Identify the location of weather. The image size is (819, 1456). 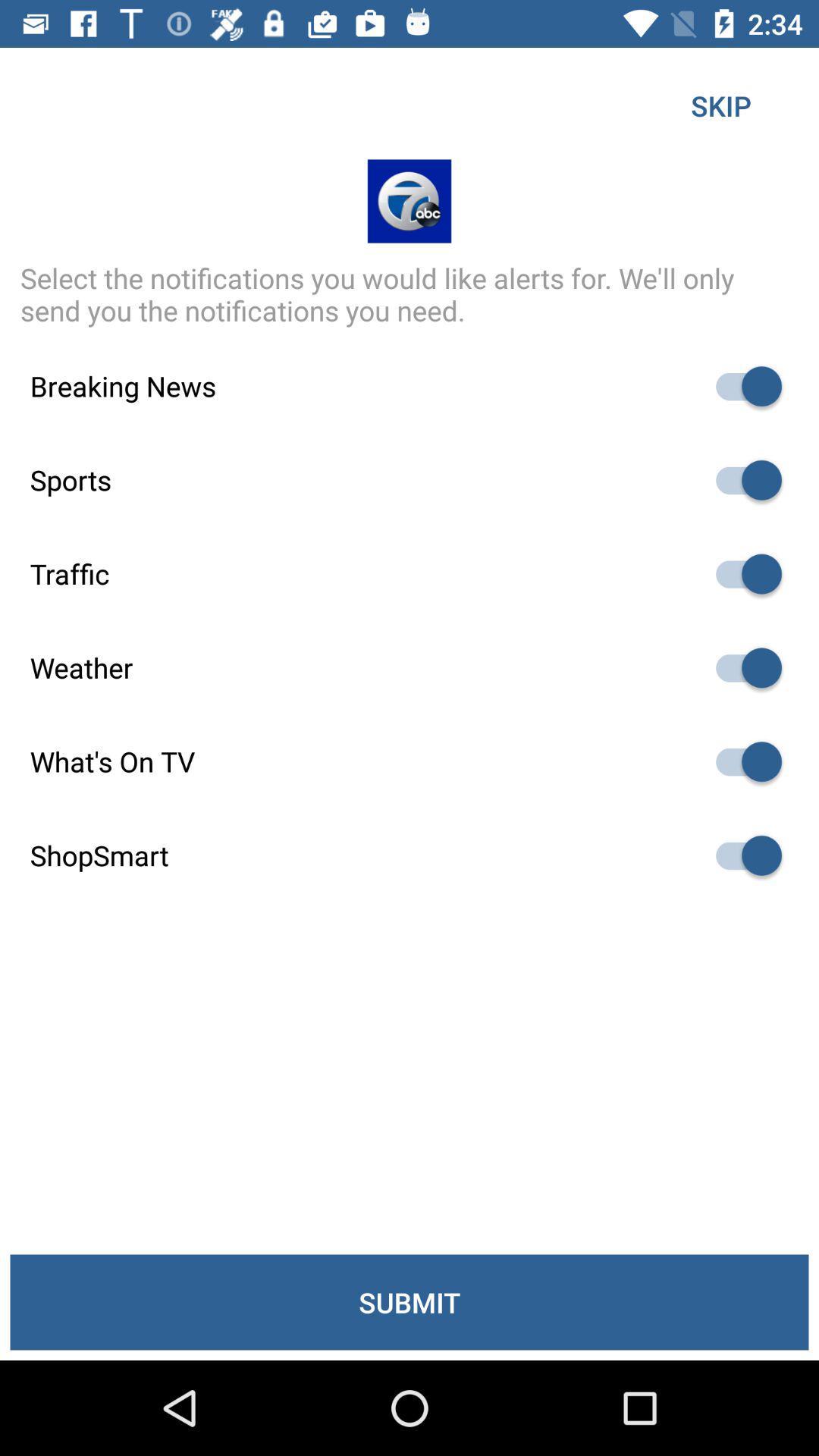
(741, 667).